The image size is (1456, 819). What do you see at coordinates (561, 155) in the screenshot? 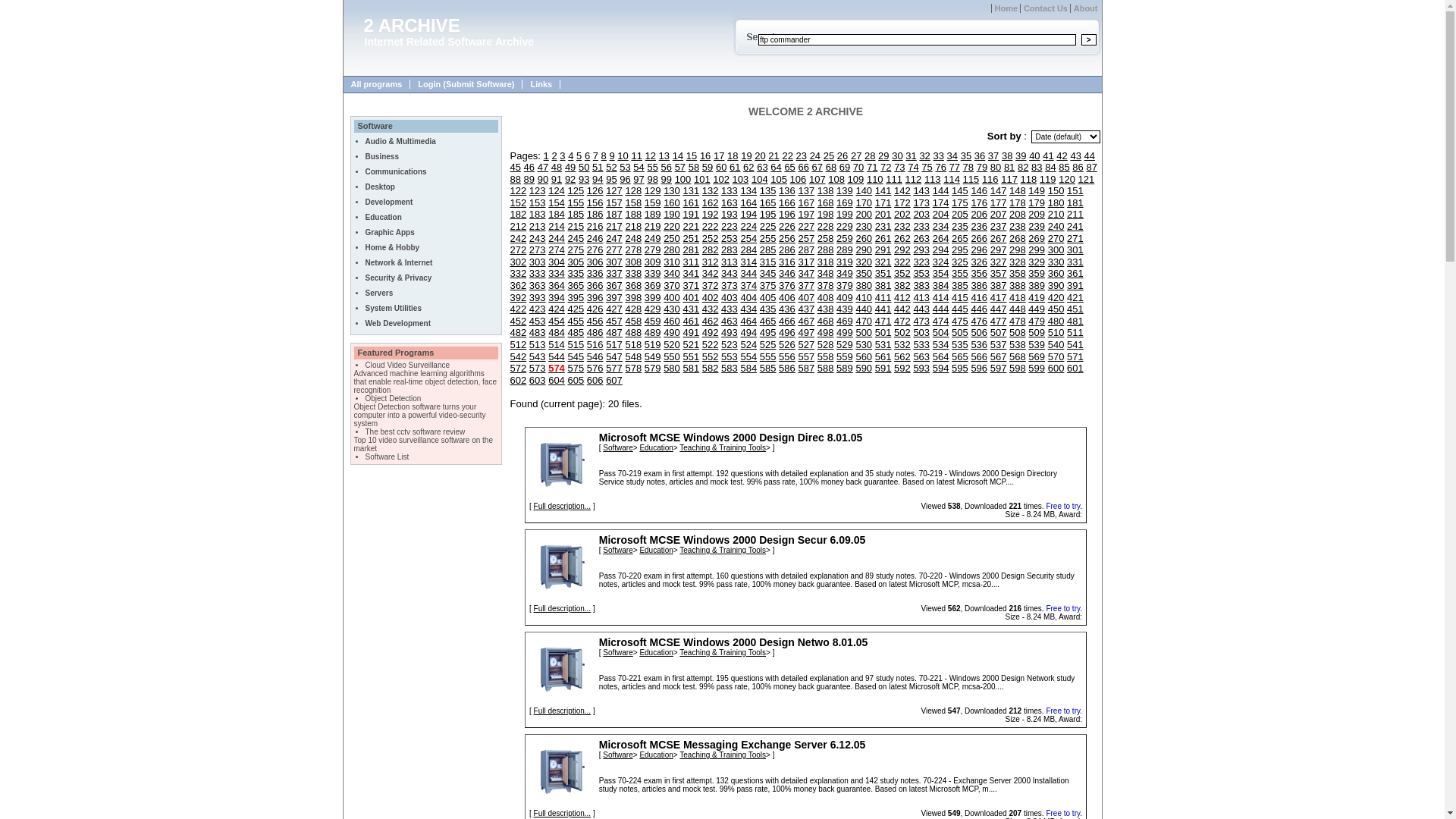
I see `'3'` at bounding box center [561, 155].